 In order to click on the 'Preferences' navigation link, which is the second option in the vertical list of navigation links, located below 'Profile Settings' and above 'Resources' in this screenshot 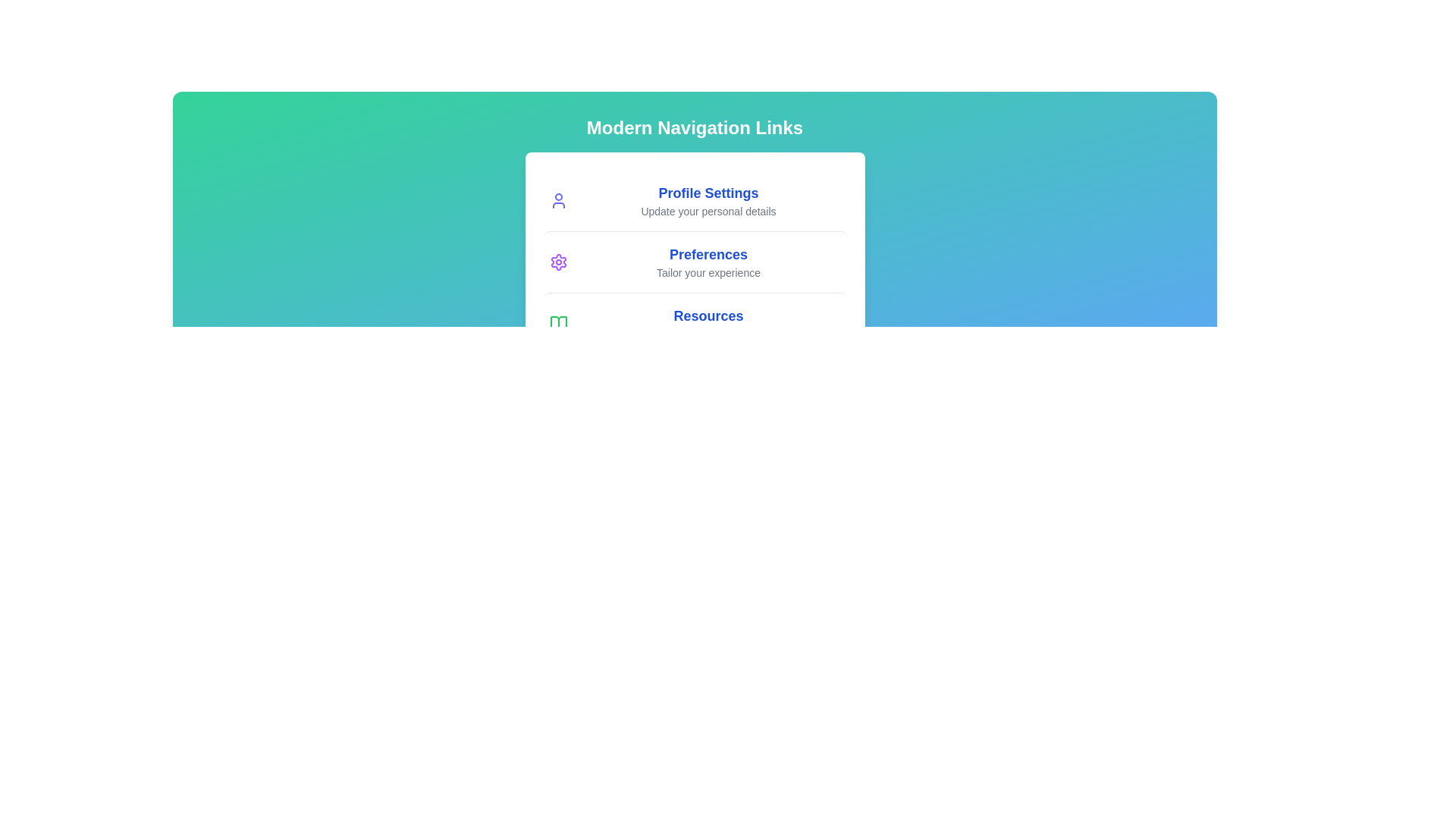, I will do `click(694, 261)`.